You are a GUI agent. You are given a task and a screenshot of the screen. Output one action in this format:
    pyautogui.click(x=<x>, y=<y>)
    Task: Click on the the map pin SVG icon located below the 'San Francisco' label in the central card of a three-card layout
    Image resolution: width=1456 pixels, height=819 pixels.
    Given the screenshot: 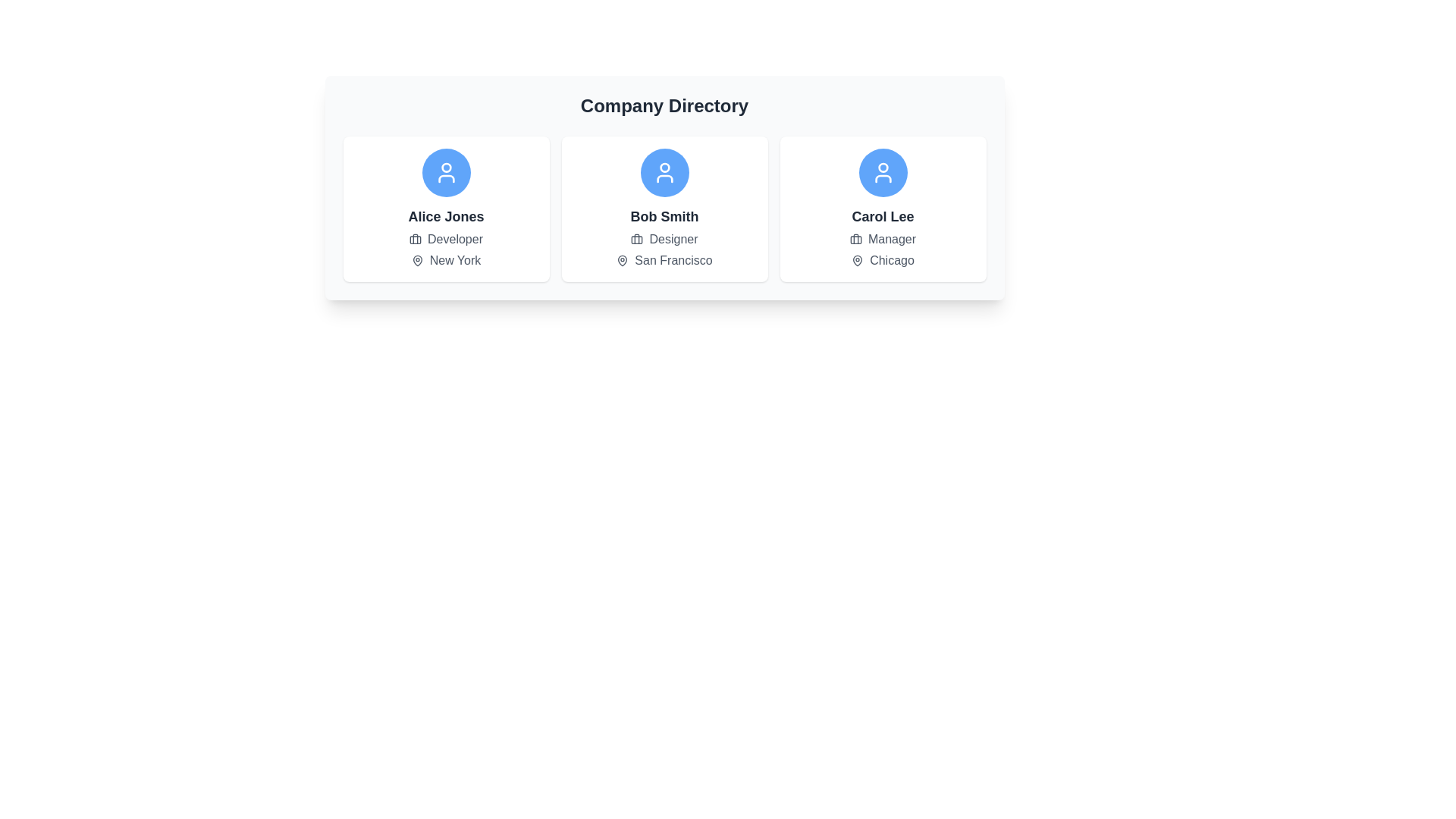 What is the action you would take?
    pyautogui.click(x=623, y=259)
    